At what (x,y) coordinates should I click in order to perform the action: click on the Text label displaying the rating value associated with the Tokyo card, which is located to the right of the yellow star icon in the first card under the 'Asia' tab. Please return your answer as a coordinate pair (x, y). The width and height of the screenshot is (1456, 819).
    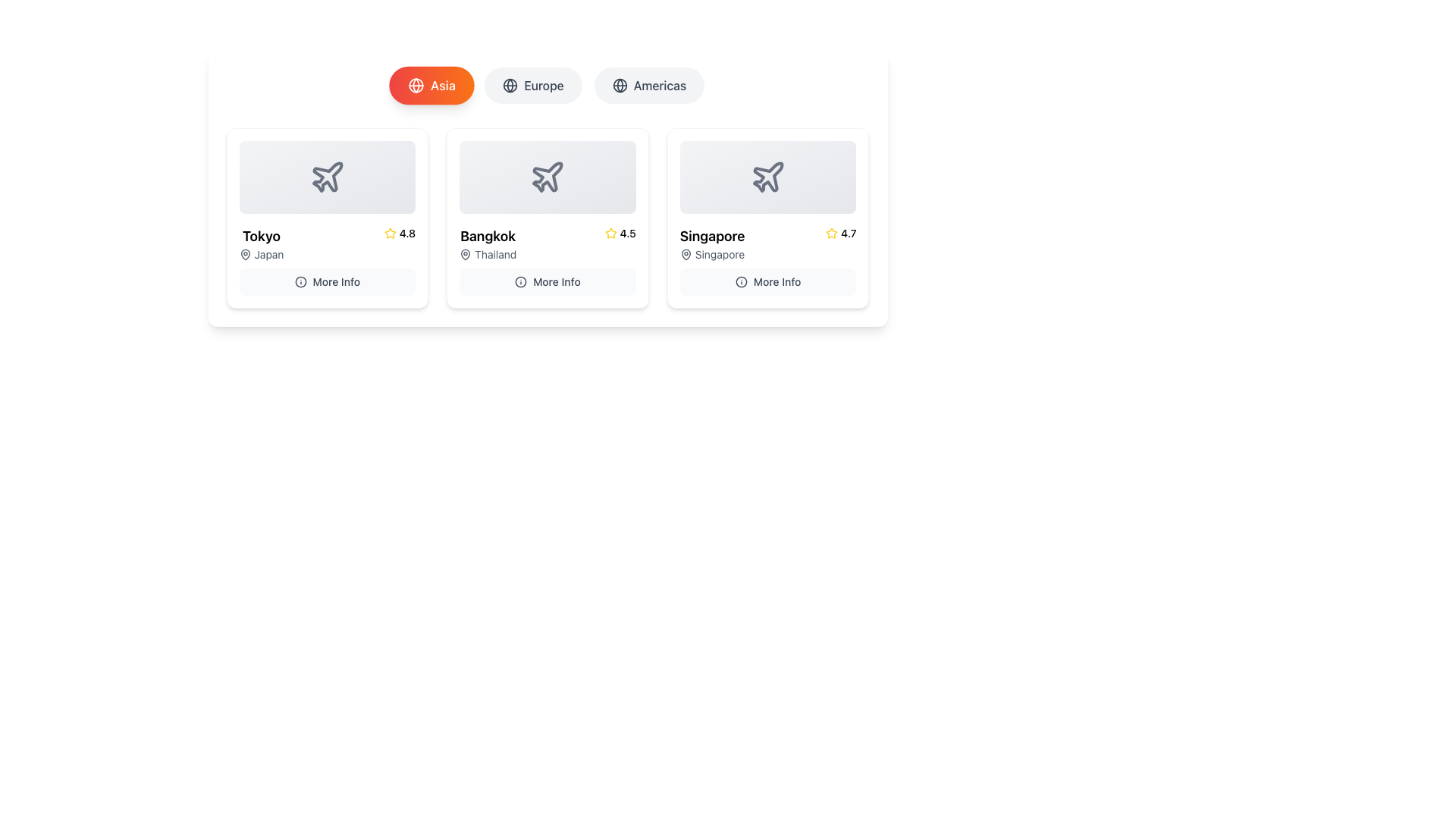
    Looking at the image, I should click on (407, 234).